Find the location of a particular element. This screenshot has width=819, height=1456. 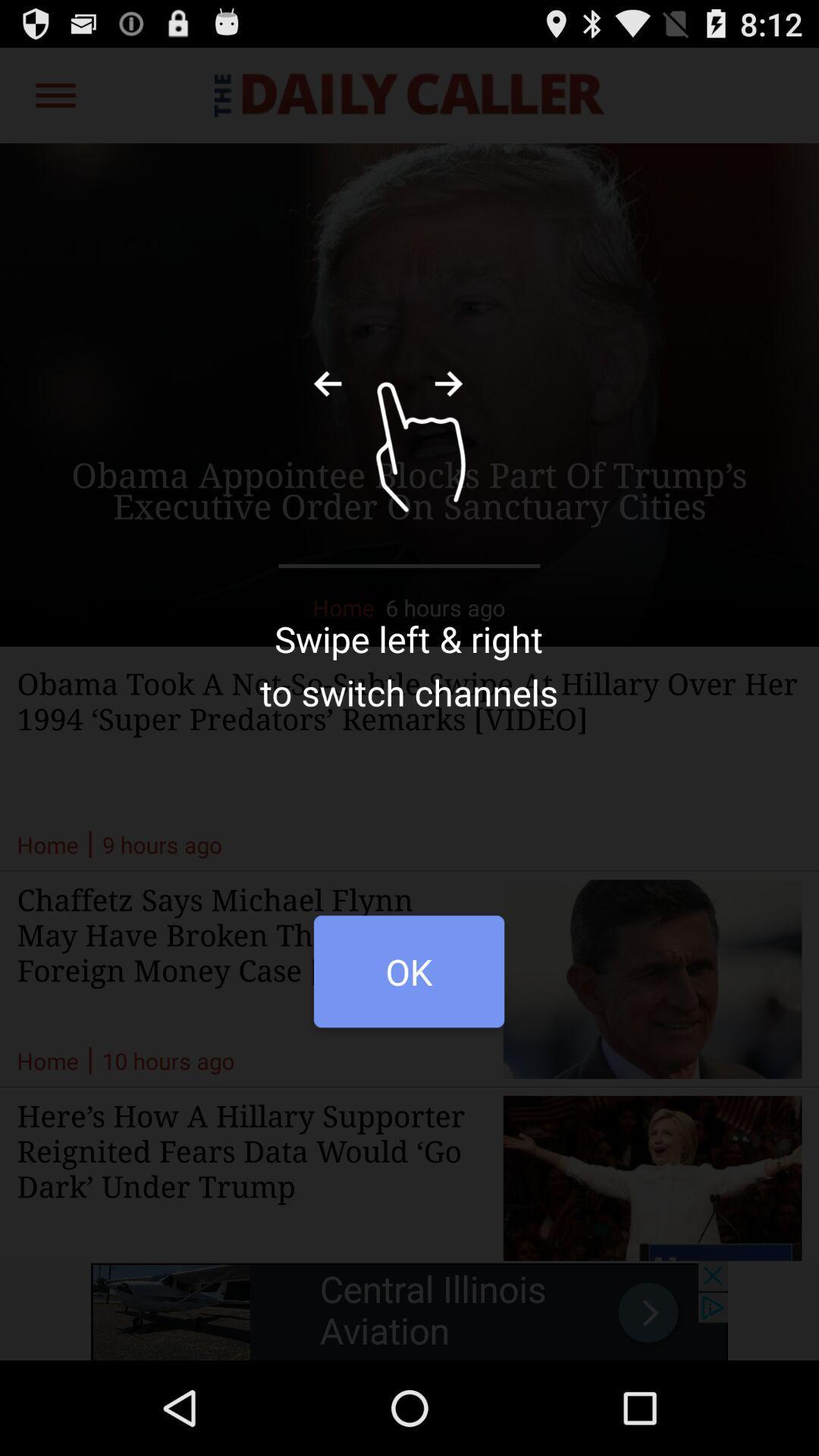

the item at the bottom is located at coordinates (408, 979).